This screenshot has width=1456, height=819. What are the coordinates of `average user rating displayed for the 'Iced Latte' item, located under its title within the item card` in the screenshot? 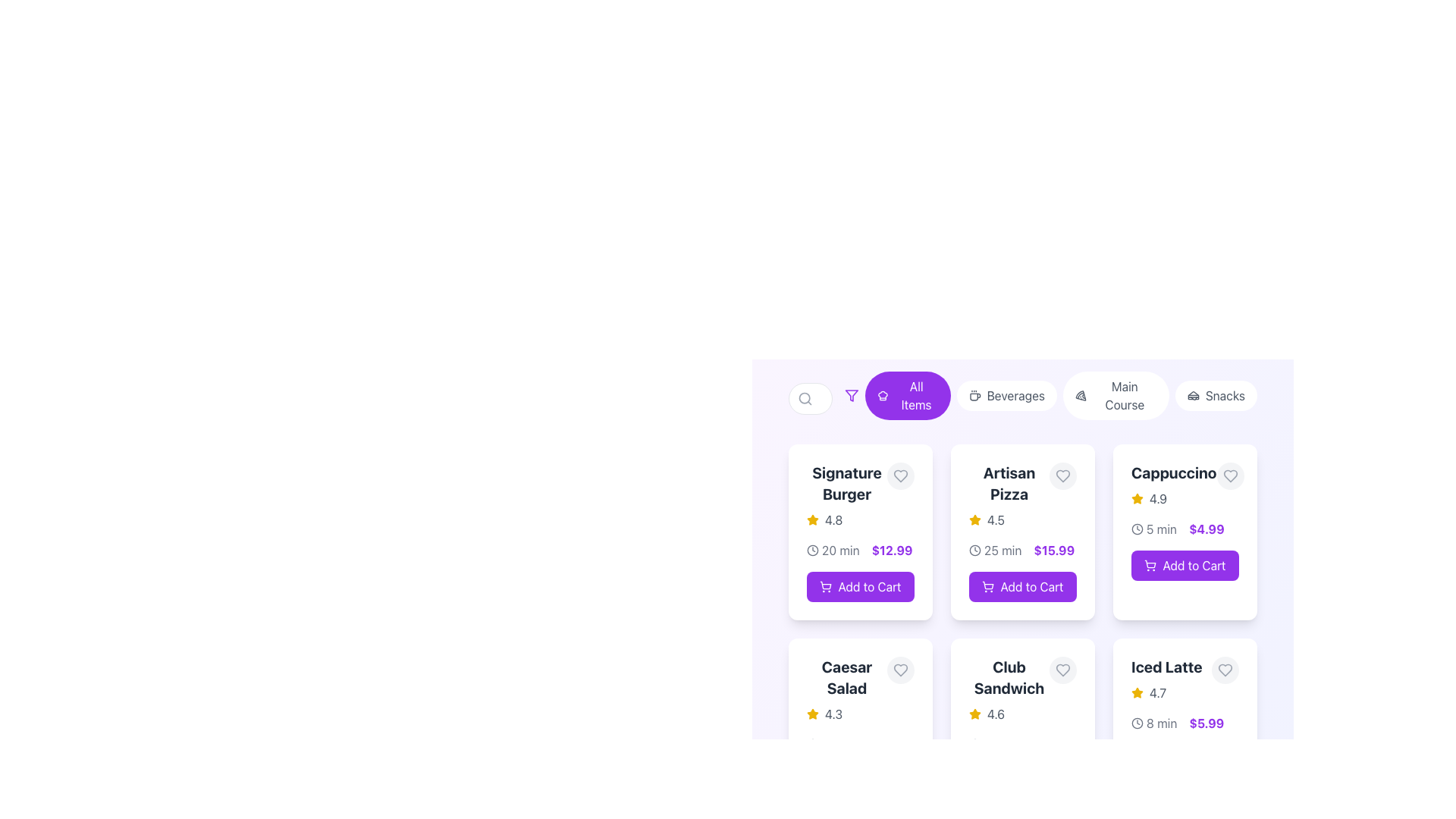 It's located at (1166, 693).